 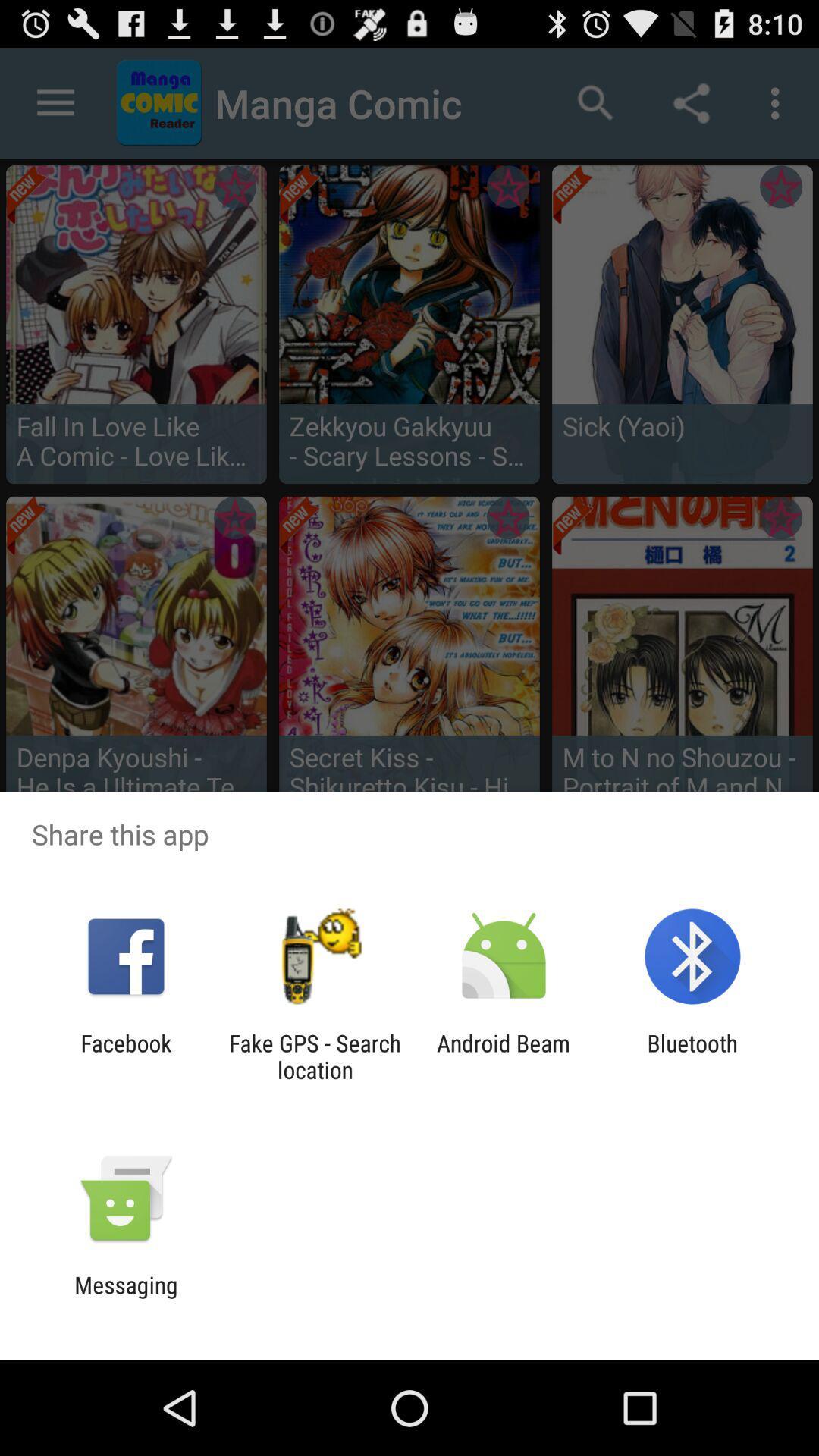 I want to click on the icon next to facebook item, so click(x=314, y=1056).